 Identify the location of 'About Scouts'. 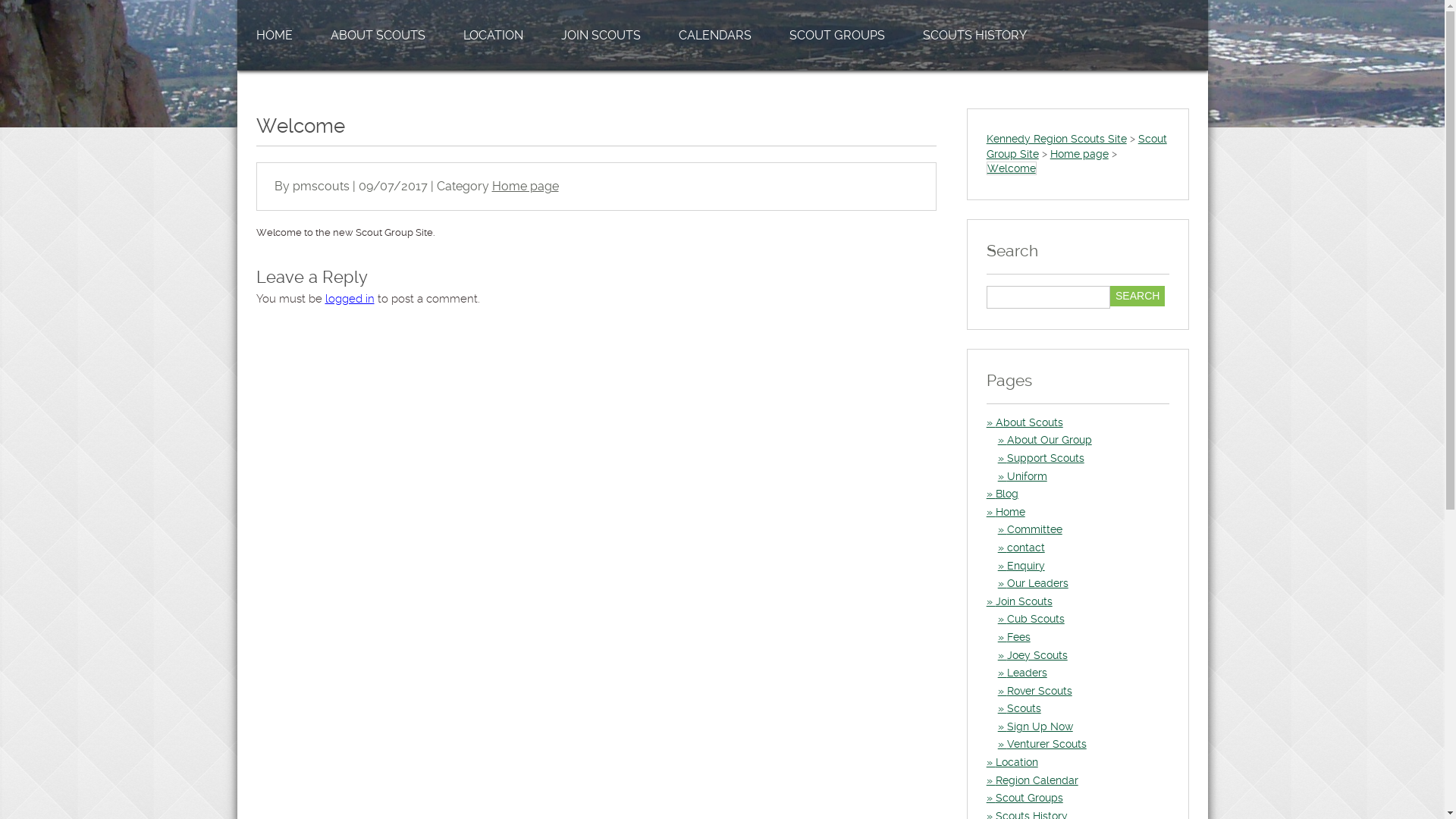
(986, 422).